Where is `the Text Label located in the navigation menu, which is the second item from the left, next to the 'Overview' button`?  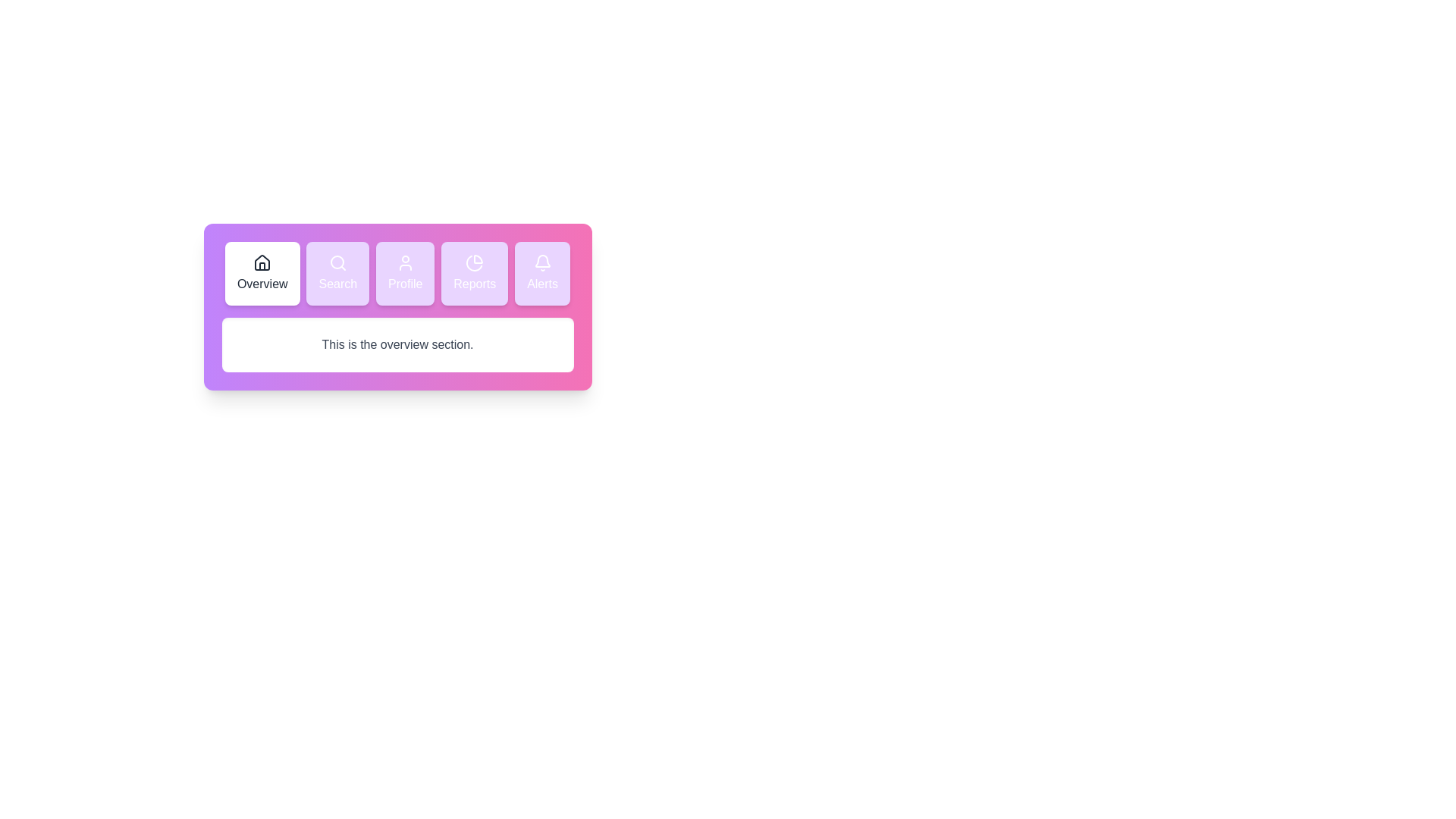 the Text Label located in the navigation menu, which is the second item from the left, next to the 'Overview' button is located at coordinates (337, 284).